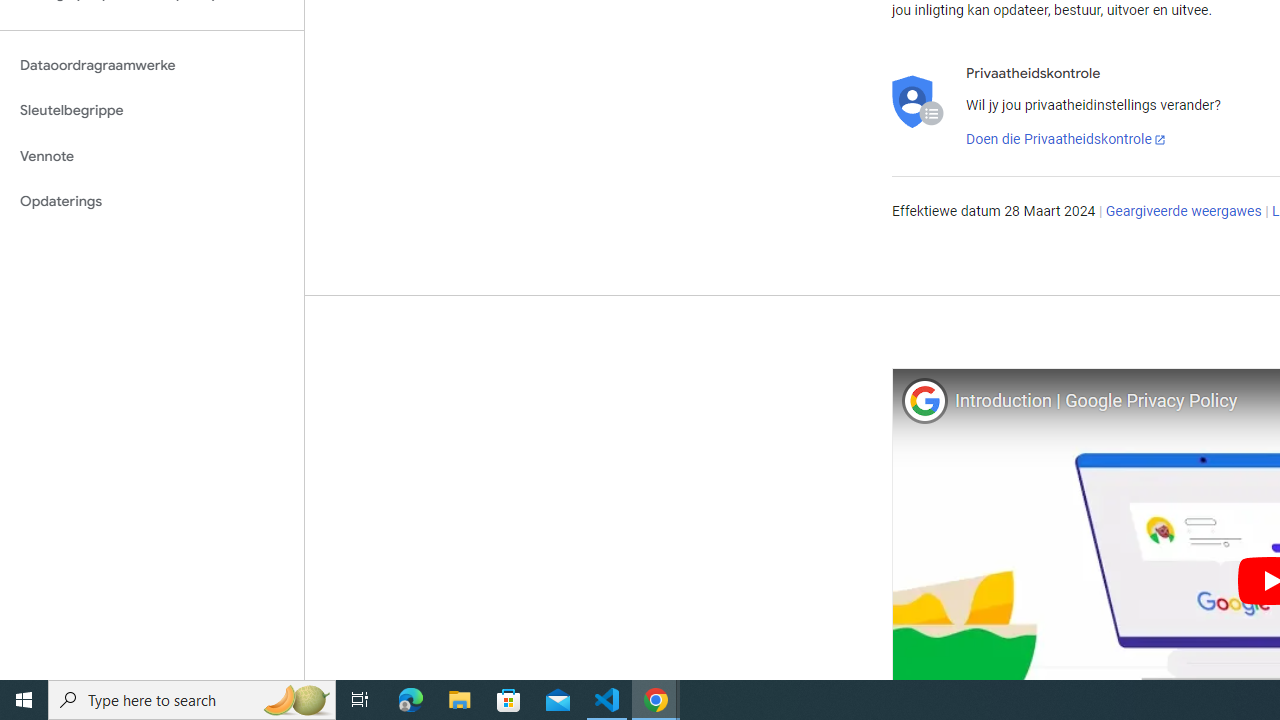 This screenshot has width=1280, height=720. Describe the element at coordinates (151, 110) in the screenshot. I see `'Sleutelbegrippe'` at that location.